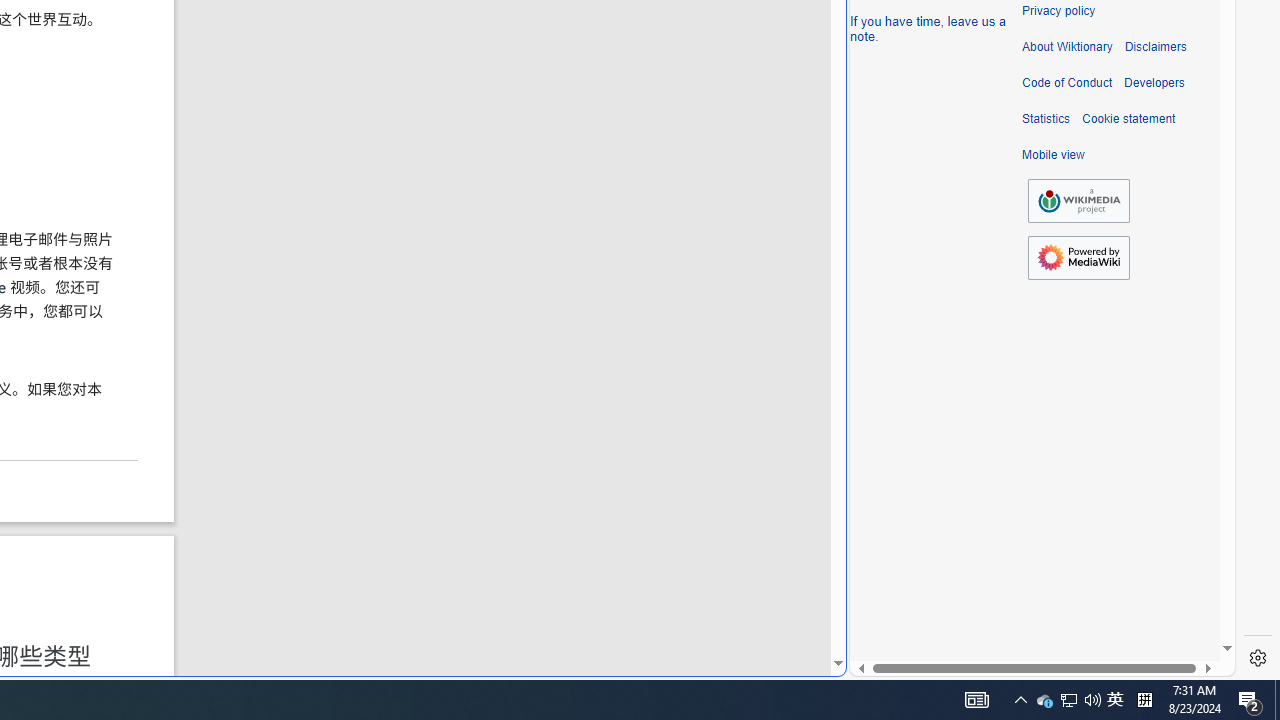 The image size is (1280, 720). I want to click on 'Developers', so click(1154, 82).